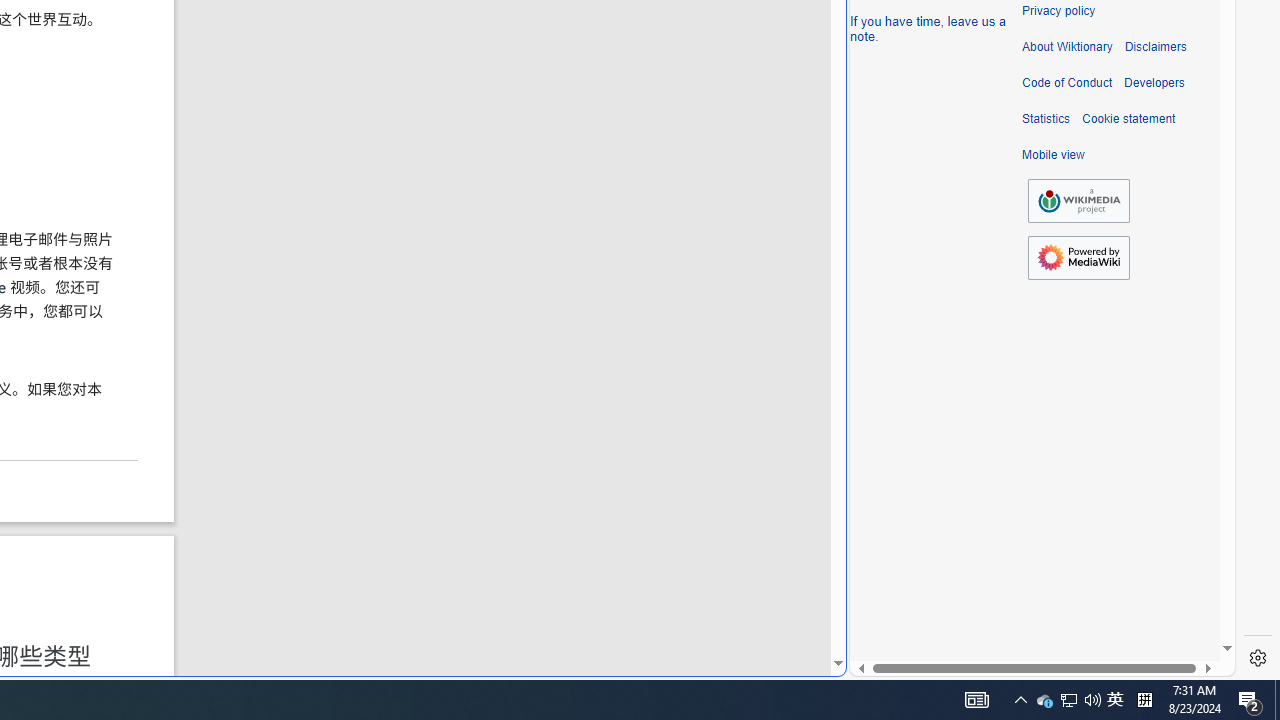 The image size is (1280, 720). I want to click on 'Developers', so click(1154, 82).